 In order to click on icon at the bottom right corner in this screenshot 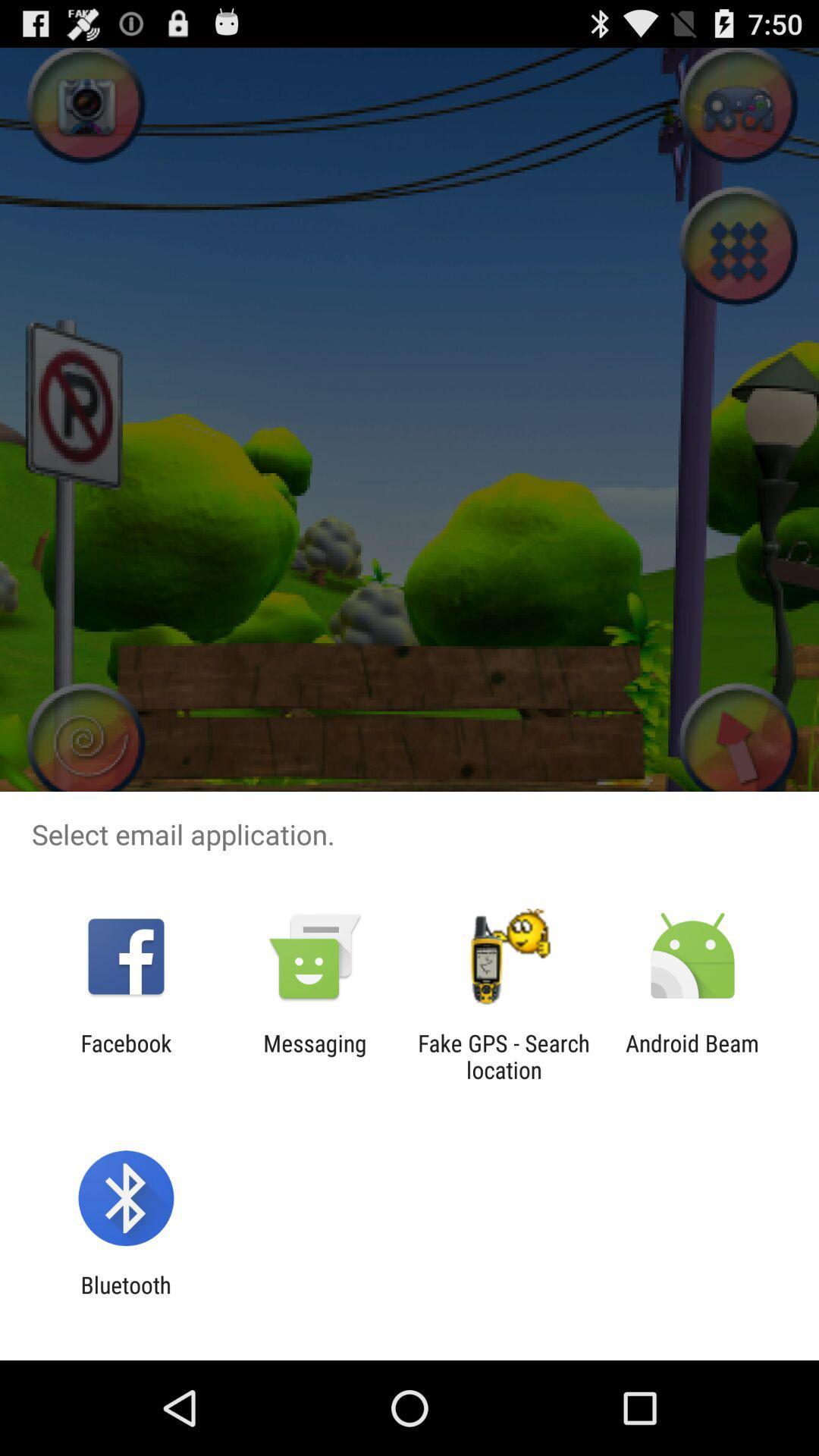, I will do `click(692, 1056)`.